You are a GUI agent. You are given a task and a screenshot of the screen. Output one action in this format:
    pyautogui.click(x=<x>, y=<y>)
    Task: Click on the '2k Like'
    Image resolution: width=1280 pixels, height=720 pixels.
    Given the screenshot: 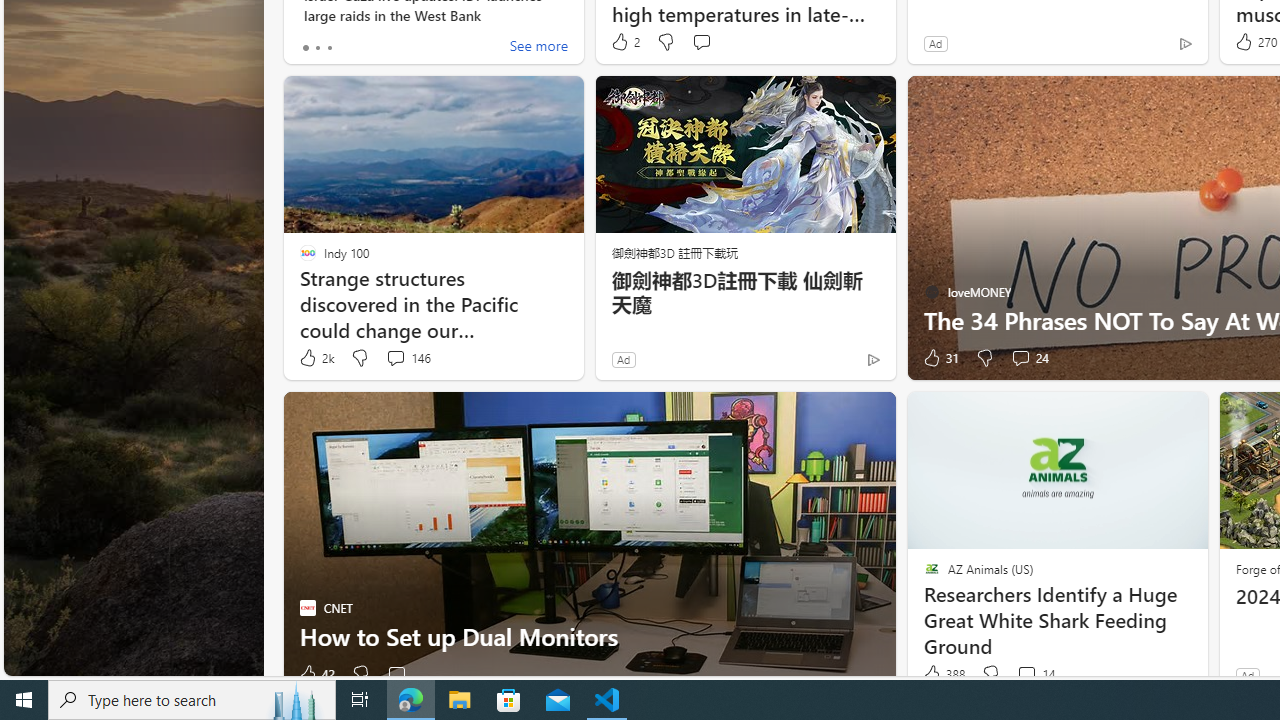 What is the action you would take?
    pyautogui.click(x=314, y=357)
    